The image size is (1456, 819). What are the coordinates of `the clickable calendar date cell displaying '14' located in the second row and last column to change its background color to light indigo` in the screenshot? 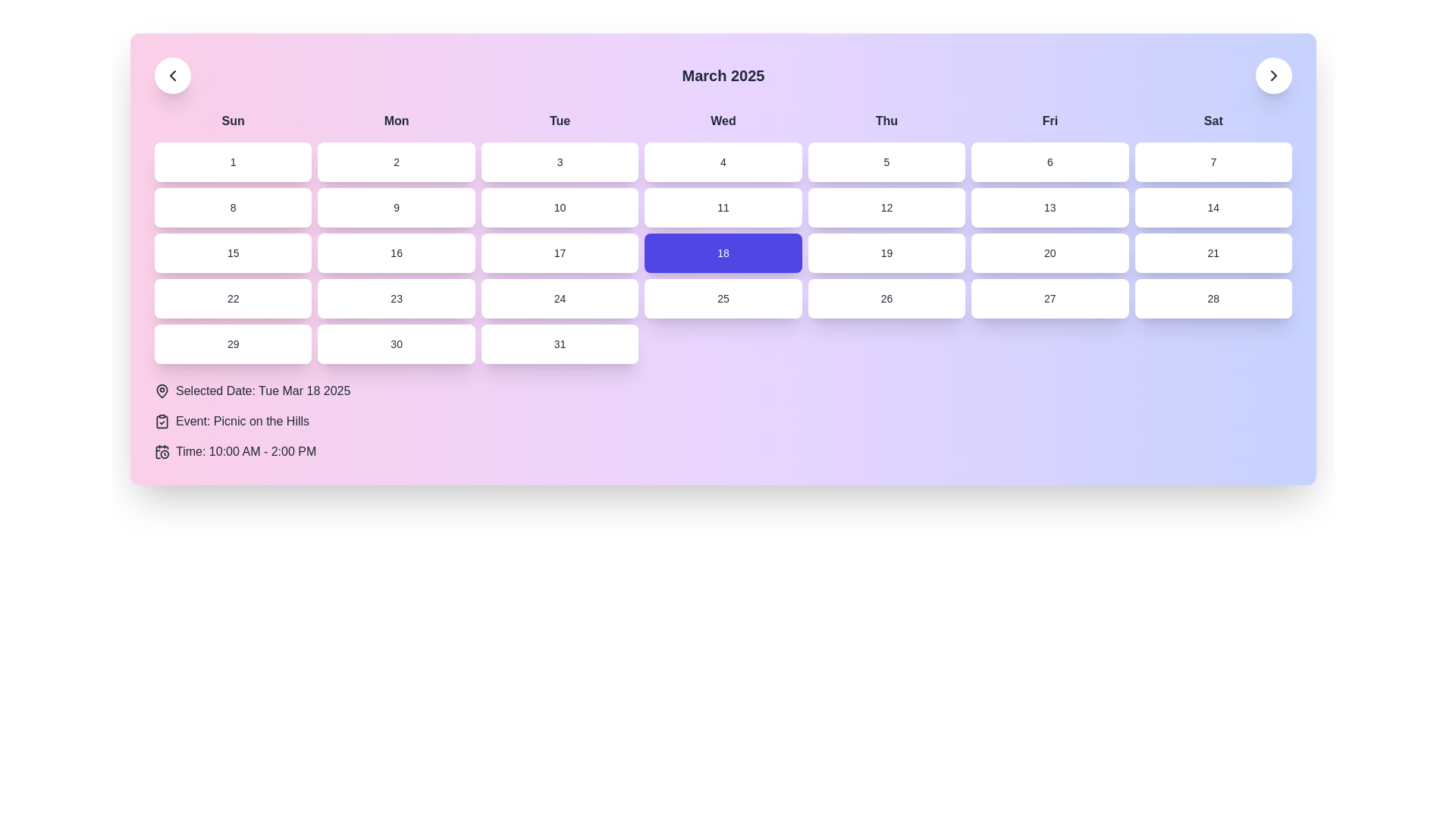 It's located at (1213, 207).